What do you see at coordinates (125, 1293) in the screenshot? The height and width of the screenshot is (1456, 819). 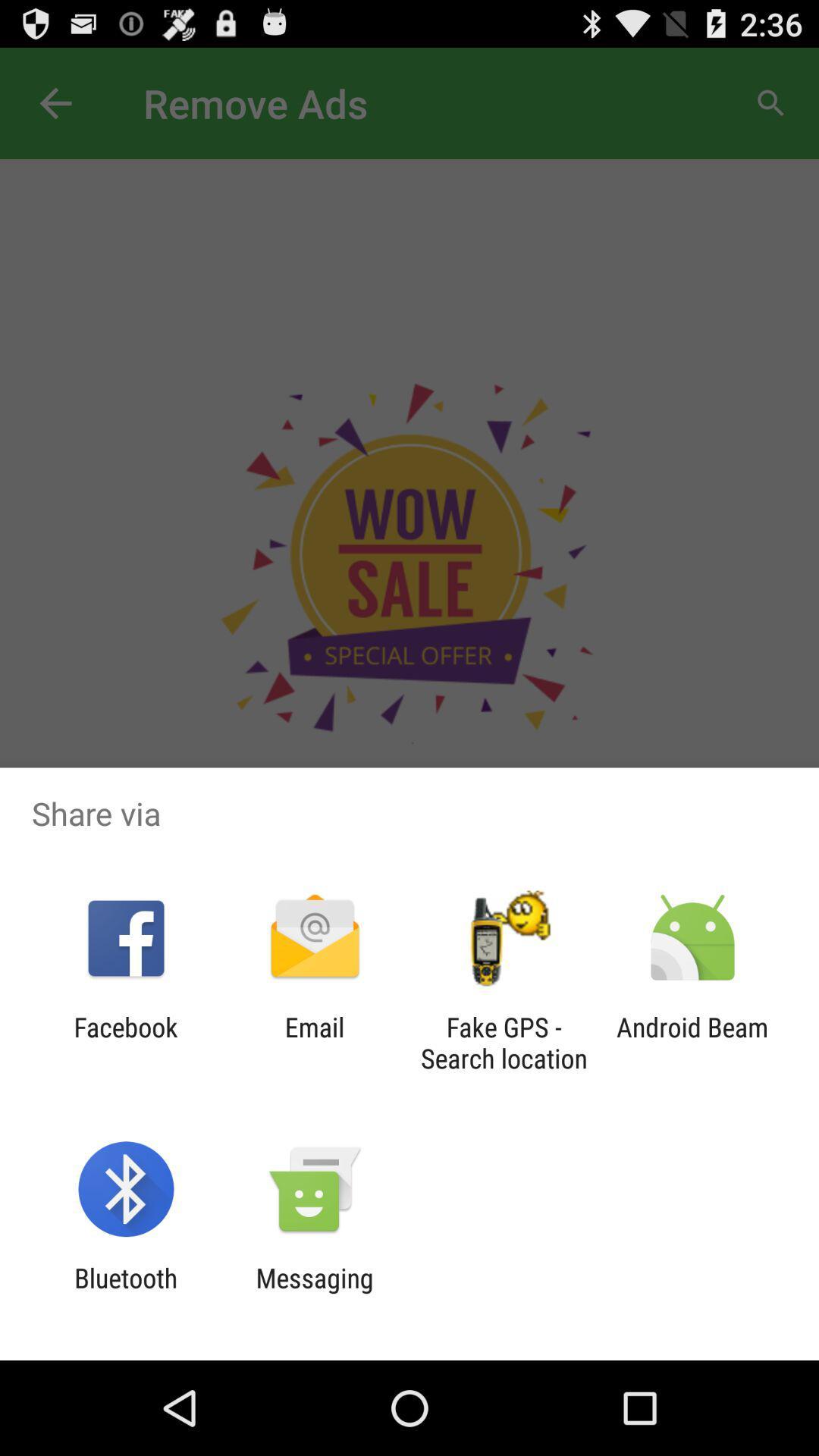 I see `app next to the messaging icon` at bounding box center [125, 1293].